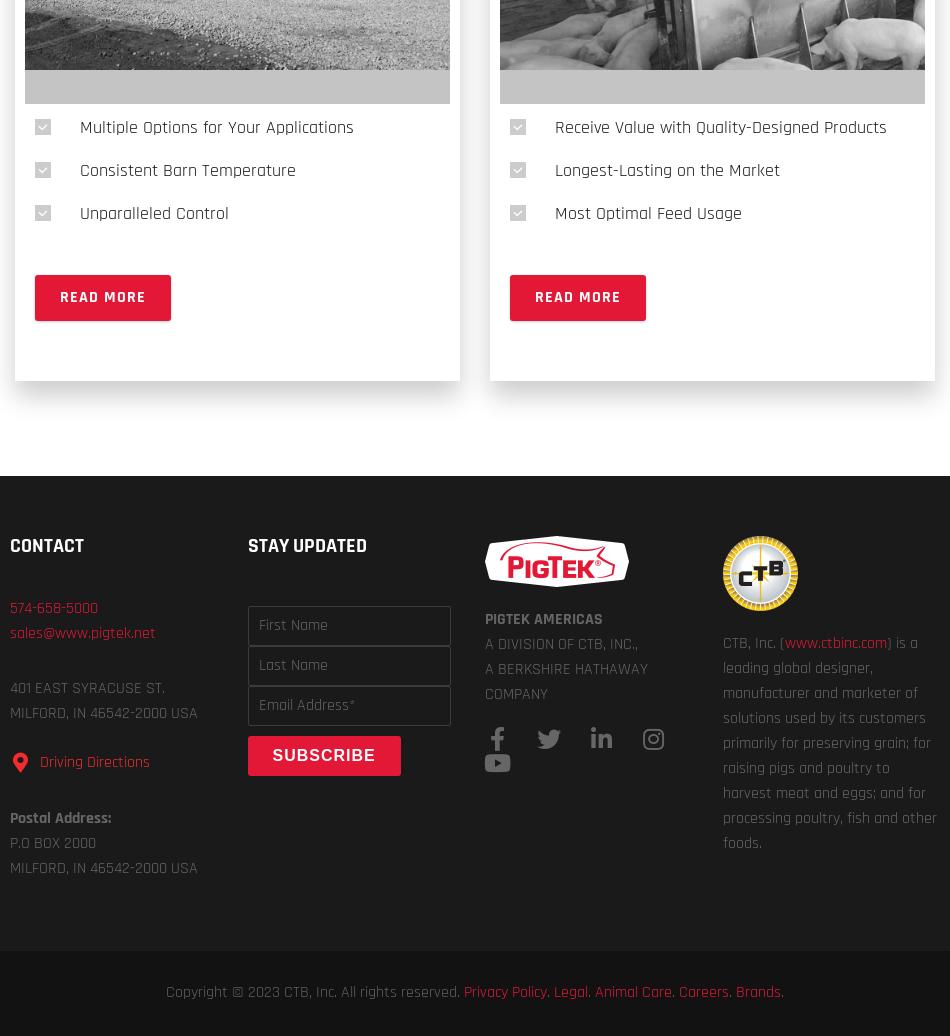 Image resolution: width=950 pixels, height=1036 pixels. Describe the element at coordinates (305, 545) in the screenshot. I see `'Stay Updated'` at that location.